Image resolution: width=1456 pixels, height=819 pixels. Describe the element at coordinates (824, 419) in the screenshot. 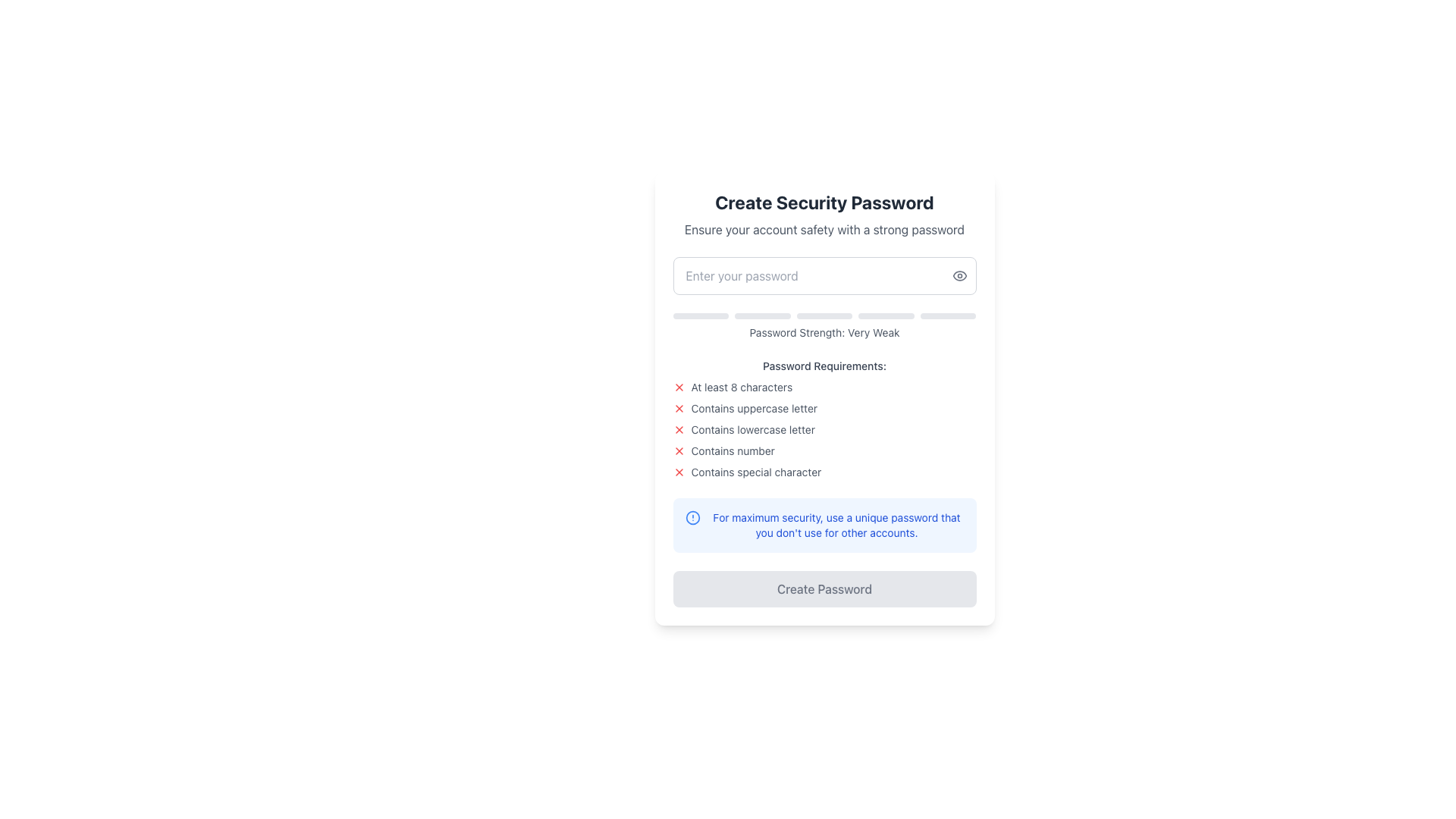

I see `text content of the checklist below the 'Password Strength: Very Weak' label, which provides feedback on password requirements` at that location.